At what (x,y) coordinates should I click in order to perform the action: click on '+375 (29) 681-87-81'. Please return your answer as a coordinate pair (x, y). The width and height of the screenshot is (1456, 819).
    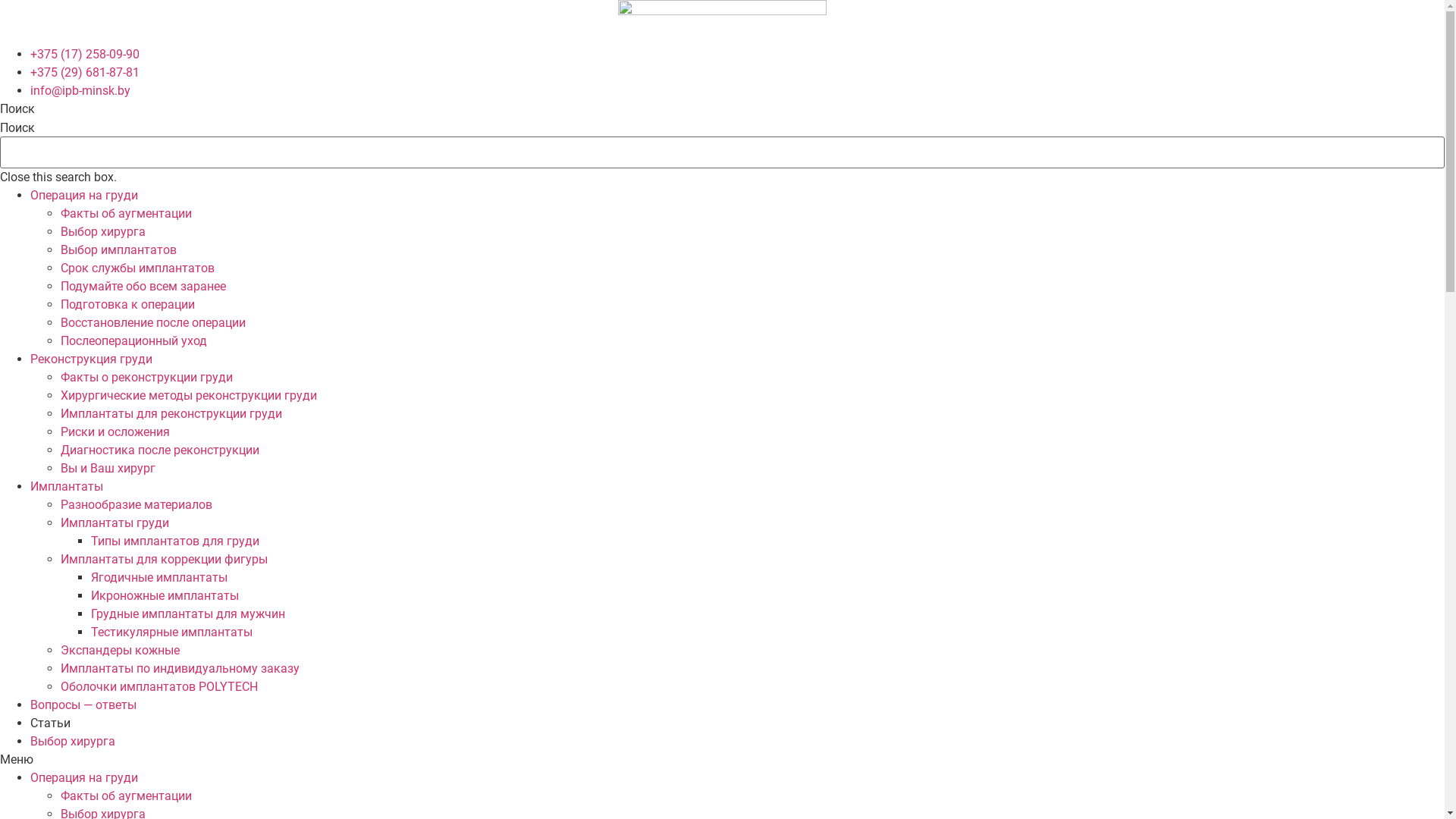
    Looking at the image, I should click on (83, 72).